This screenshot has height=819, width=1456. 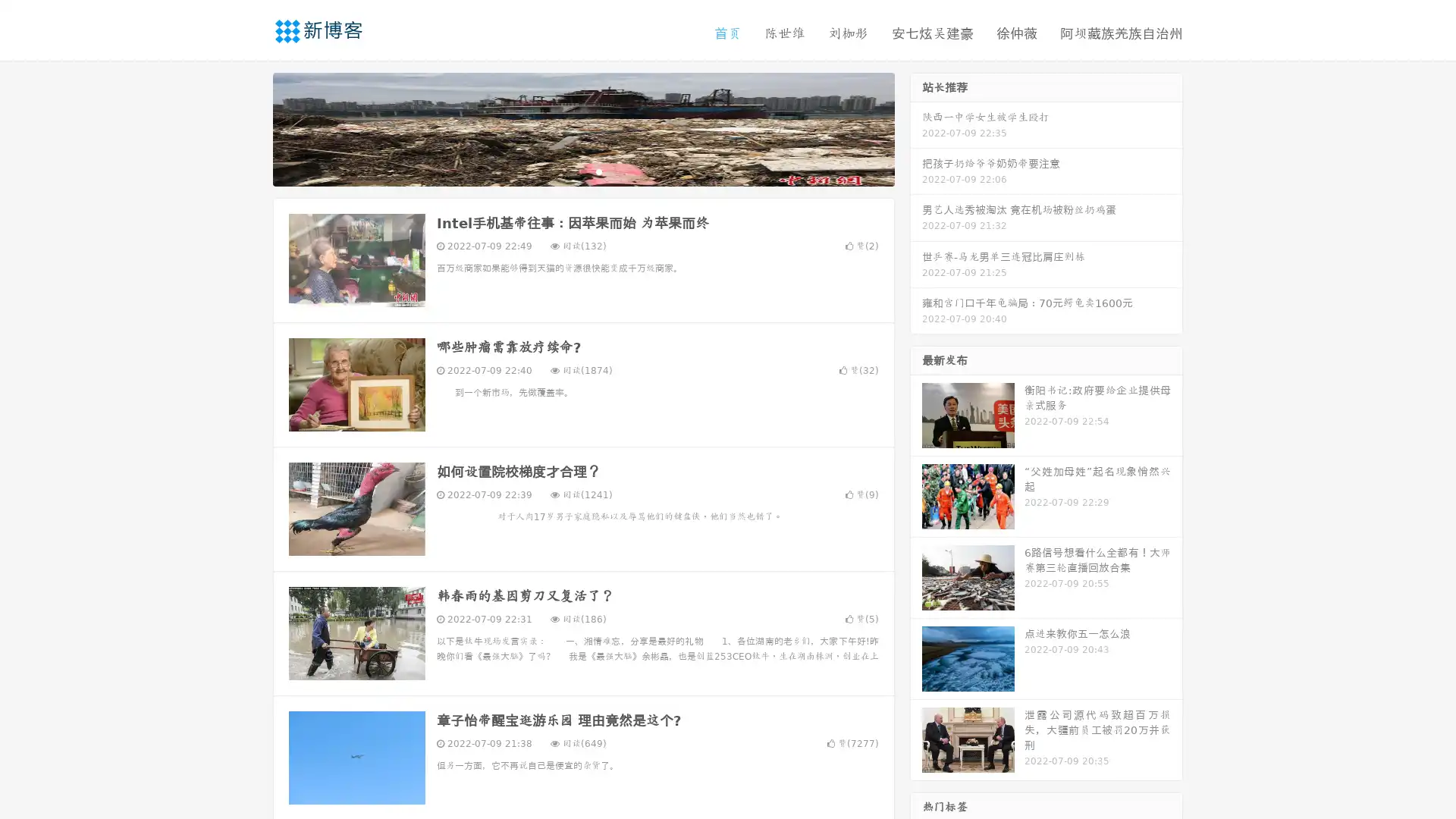 What do you see at coordinates (567, 171) in the screenshot?
I see `Go to slide 1` at bounding box center [567, 171].